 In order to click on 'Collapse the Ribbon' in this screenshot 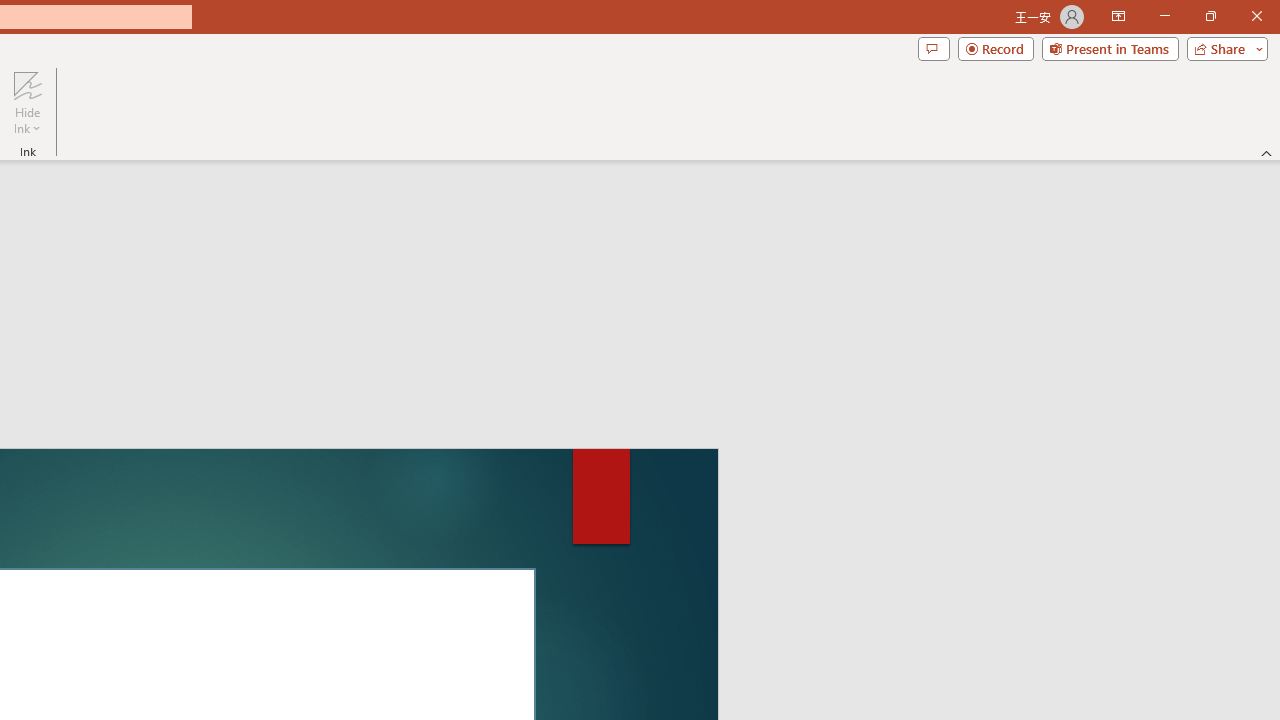, I will do `click(1266, 152)`.